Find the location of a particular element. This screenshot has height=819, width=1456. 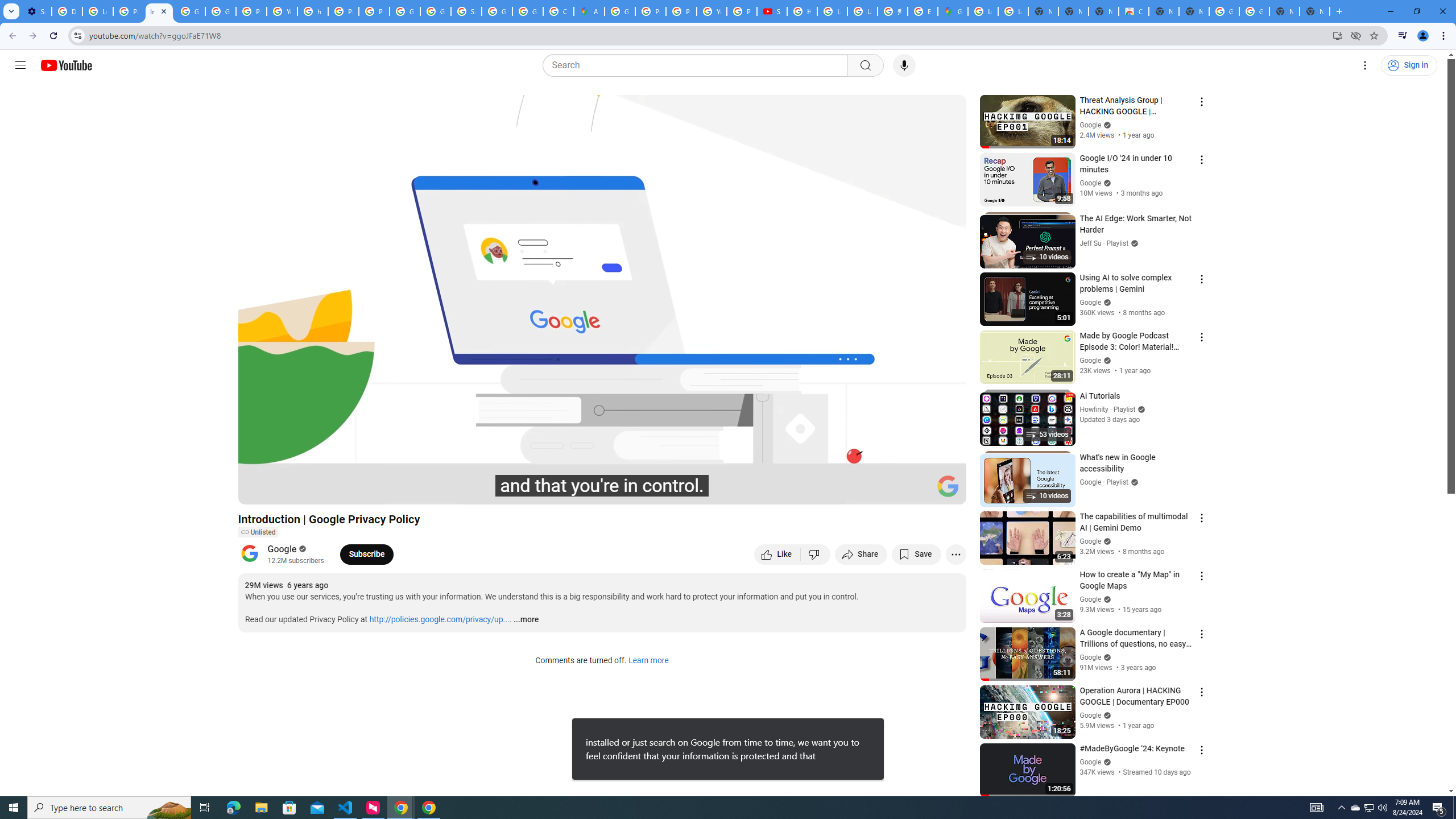

'http://policies.google.com/privacy/up...' is located at coordinates (440, 619).